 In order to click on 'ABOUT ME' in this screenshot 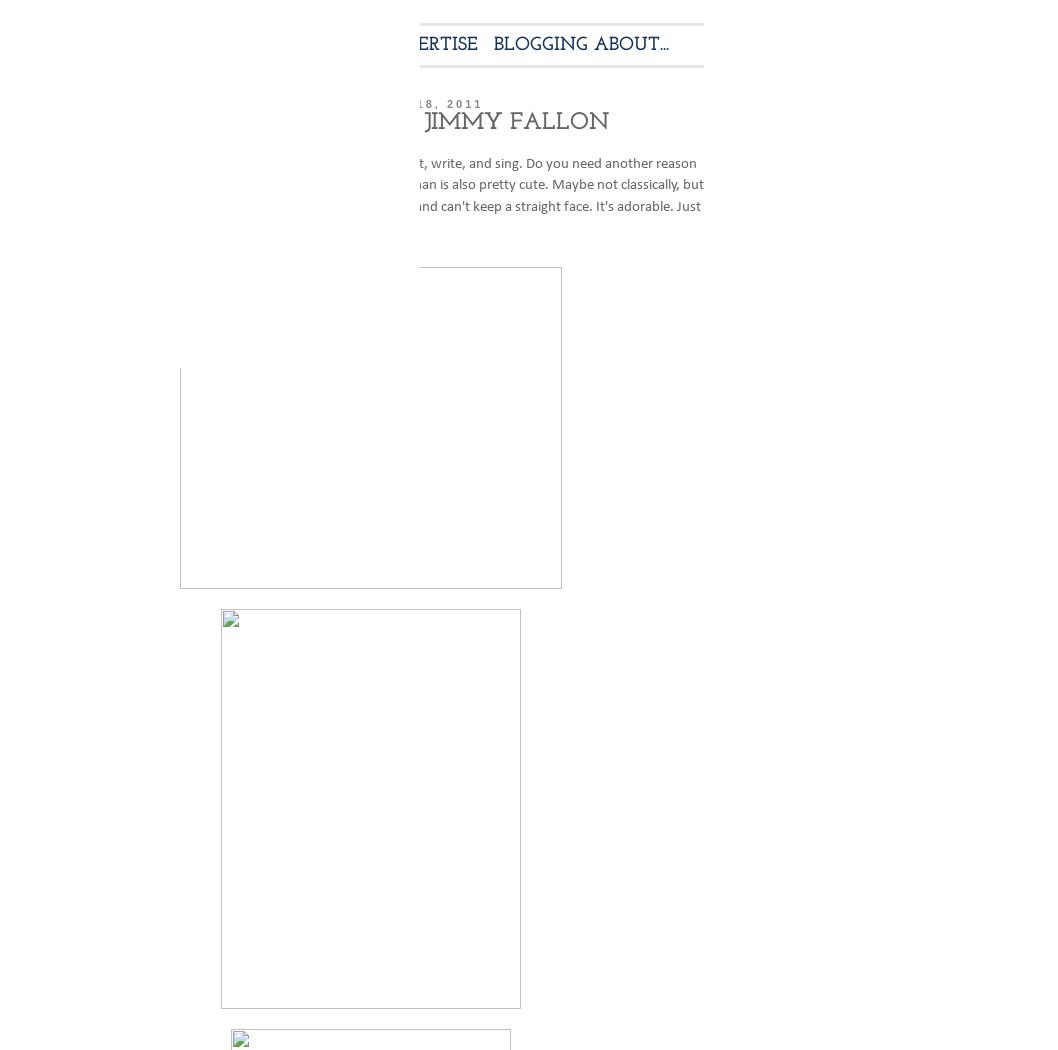, I will do `click(199, 44)`.